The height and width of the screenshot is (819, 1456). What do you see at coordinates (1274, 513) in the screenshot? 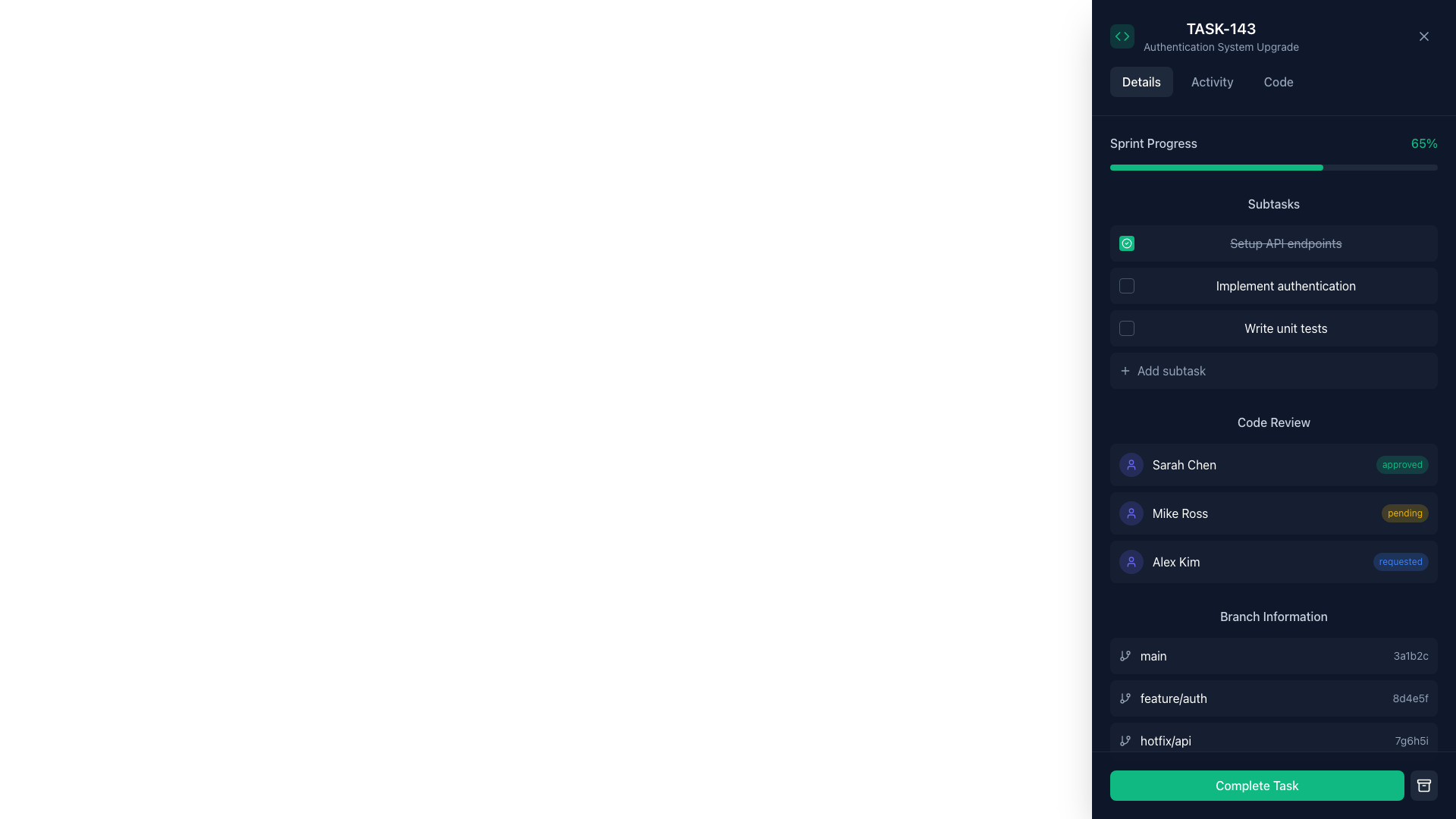
I see `the list item displaying 'Mike Ross'` at bounding box center [1274, 513].